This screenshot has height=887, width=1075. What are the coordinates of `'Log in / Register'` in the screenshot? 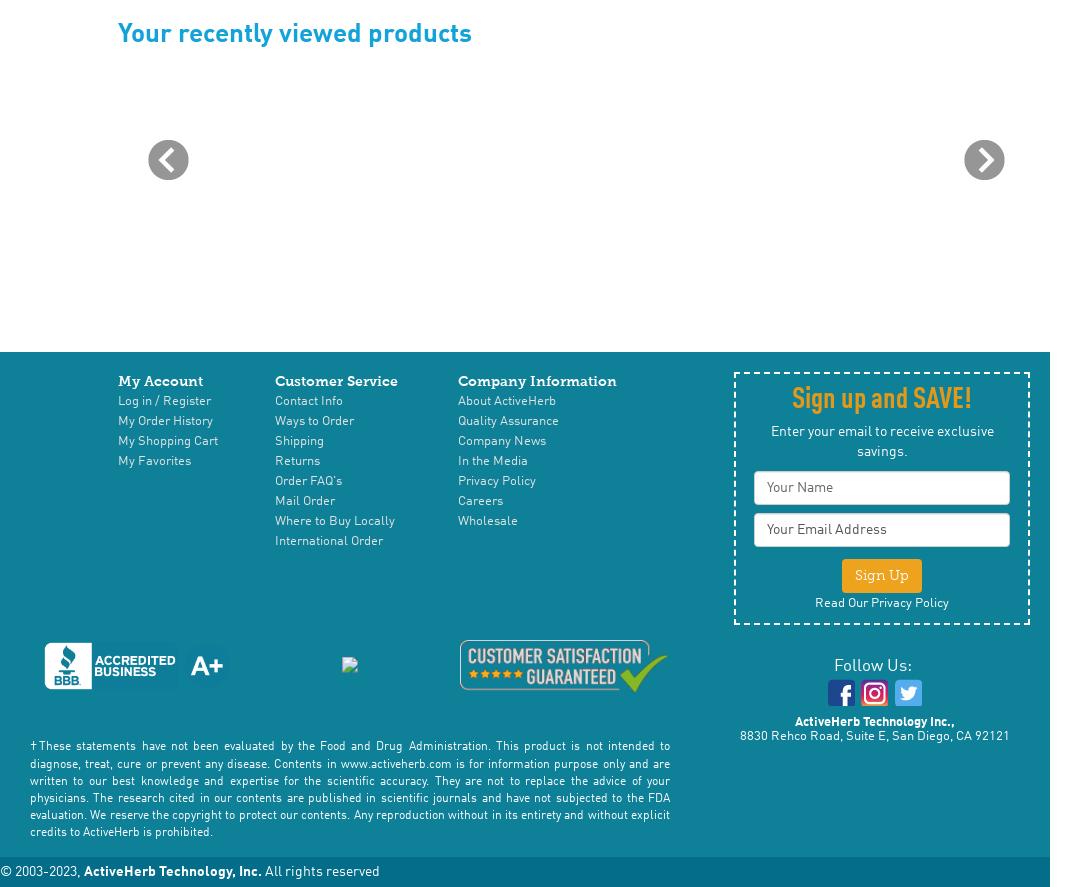 It's located at (163, 401).